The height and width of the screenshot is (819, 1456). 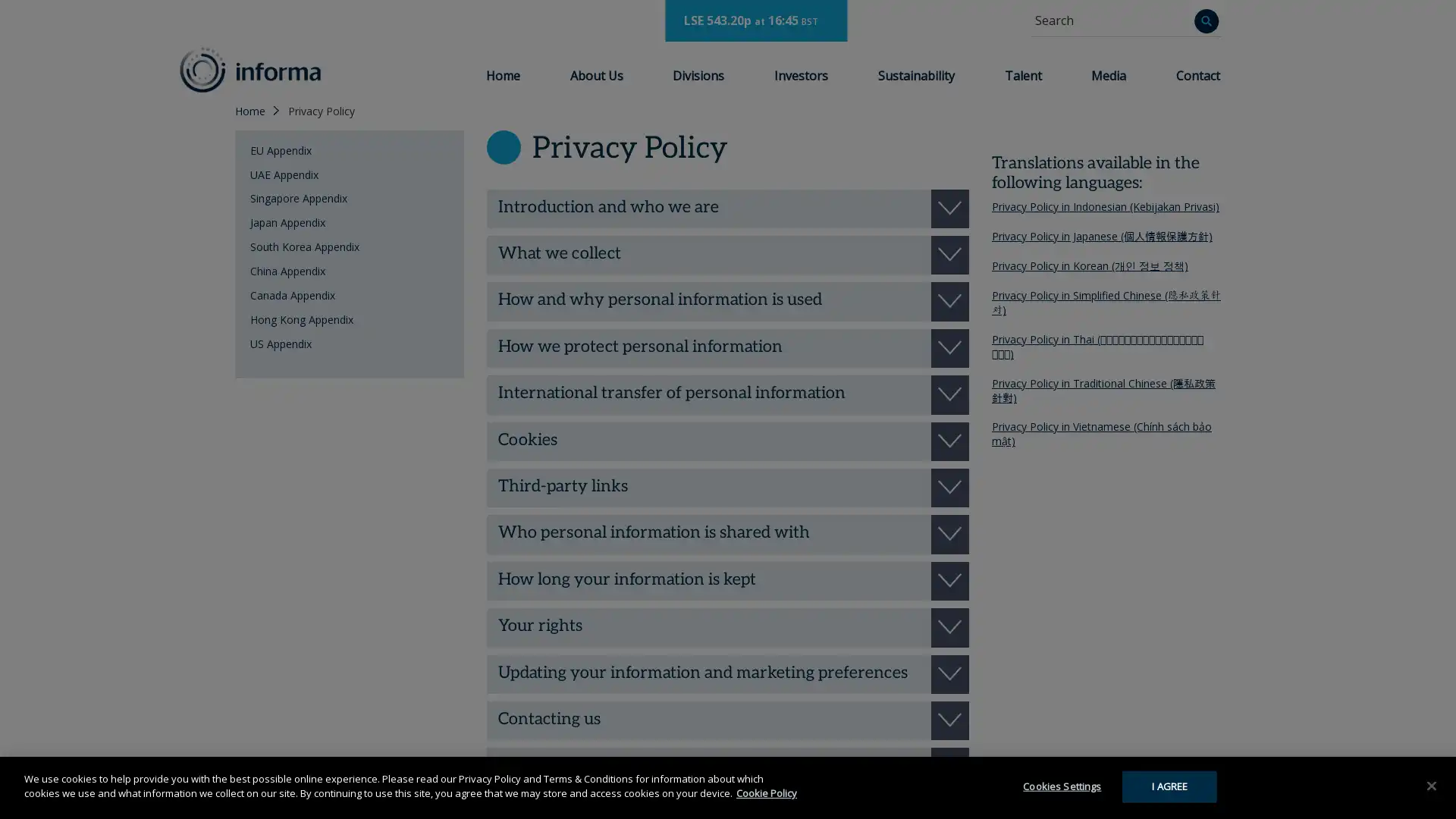 What do you see at coordinates (1430, 785) in the screenshot?
I see `Close` at bounding box center [1430, 785].